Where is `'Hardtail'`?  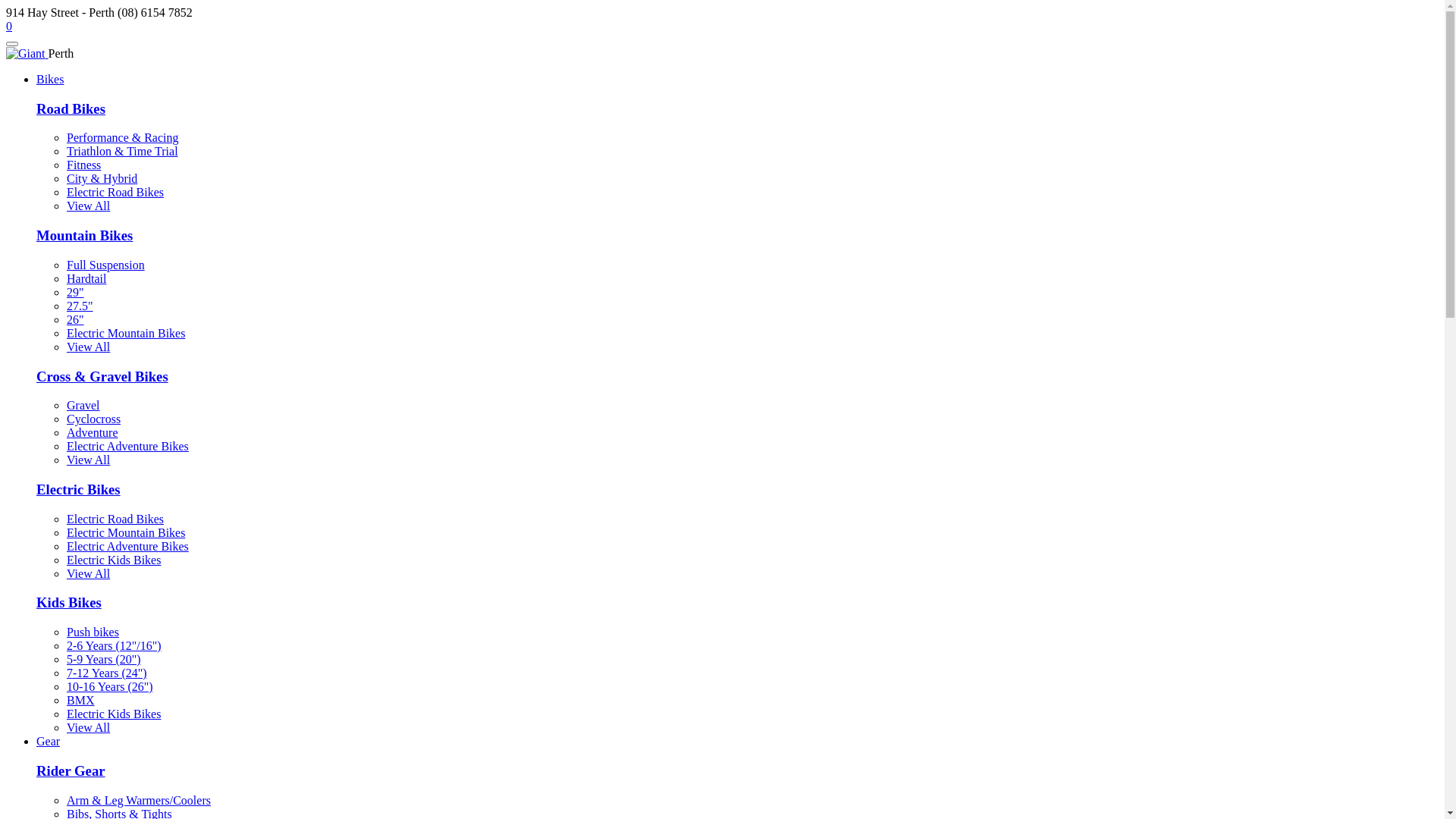 'Hardtail' is located at coordinates (65, 278).